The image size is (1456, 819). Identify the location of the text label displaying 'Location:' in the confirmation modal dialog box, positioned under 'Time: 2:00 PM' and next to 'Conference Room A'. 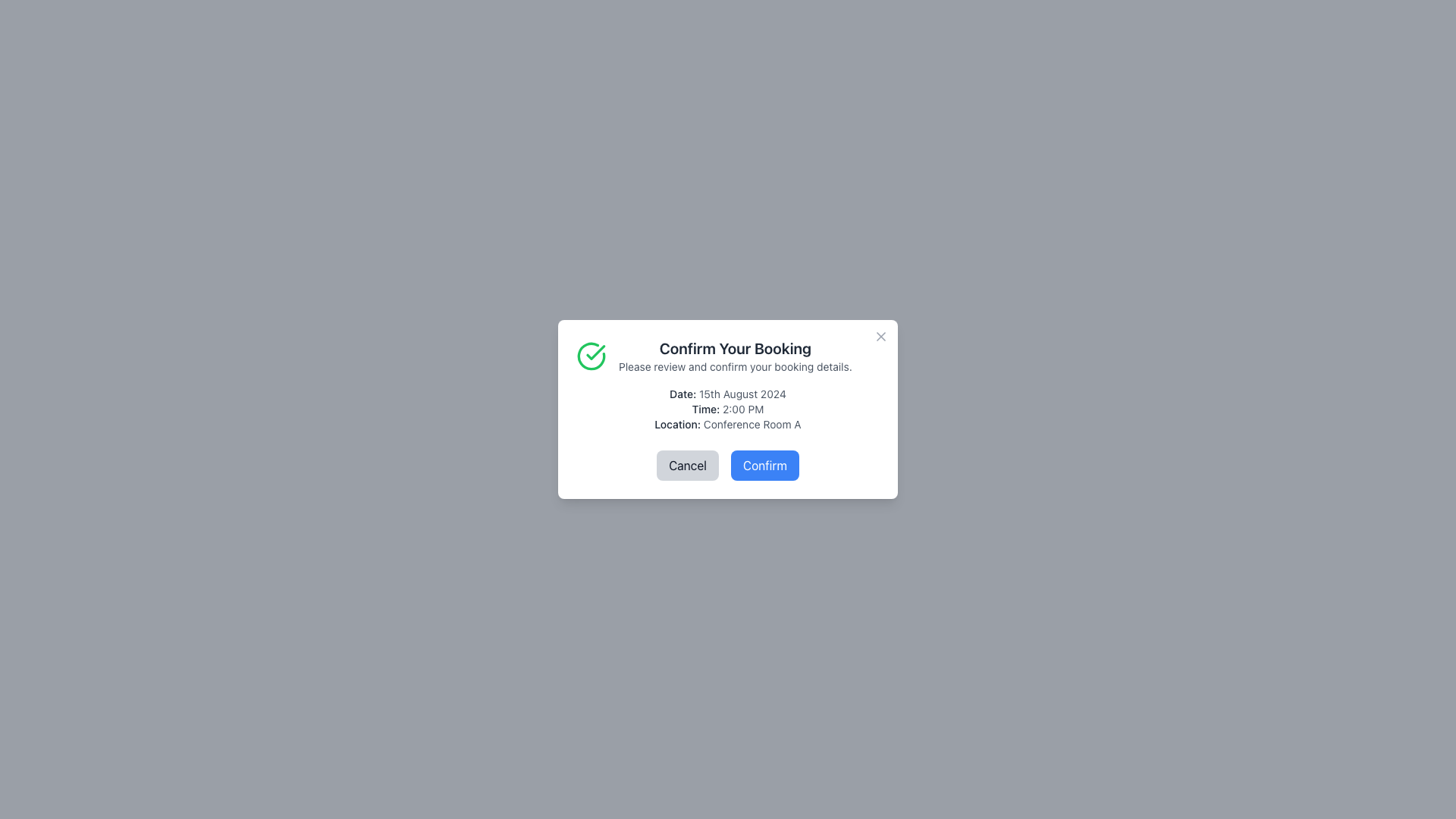
(676, 424).